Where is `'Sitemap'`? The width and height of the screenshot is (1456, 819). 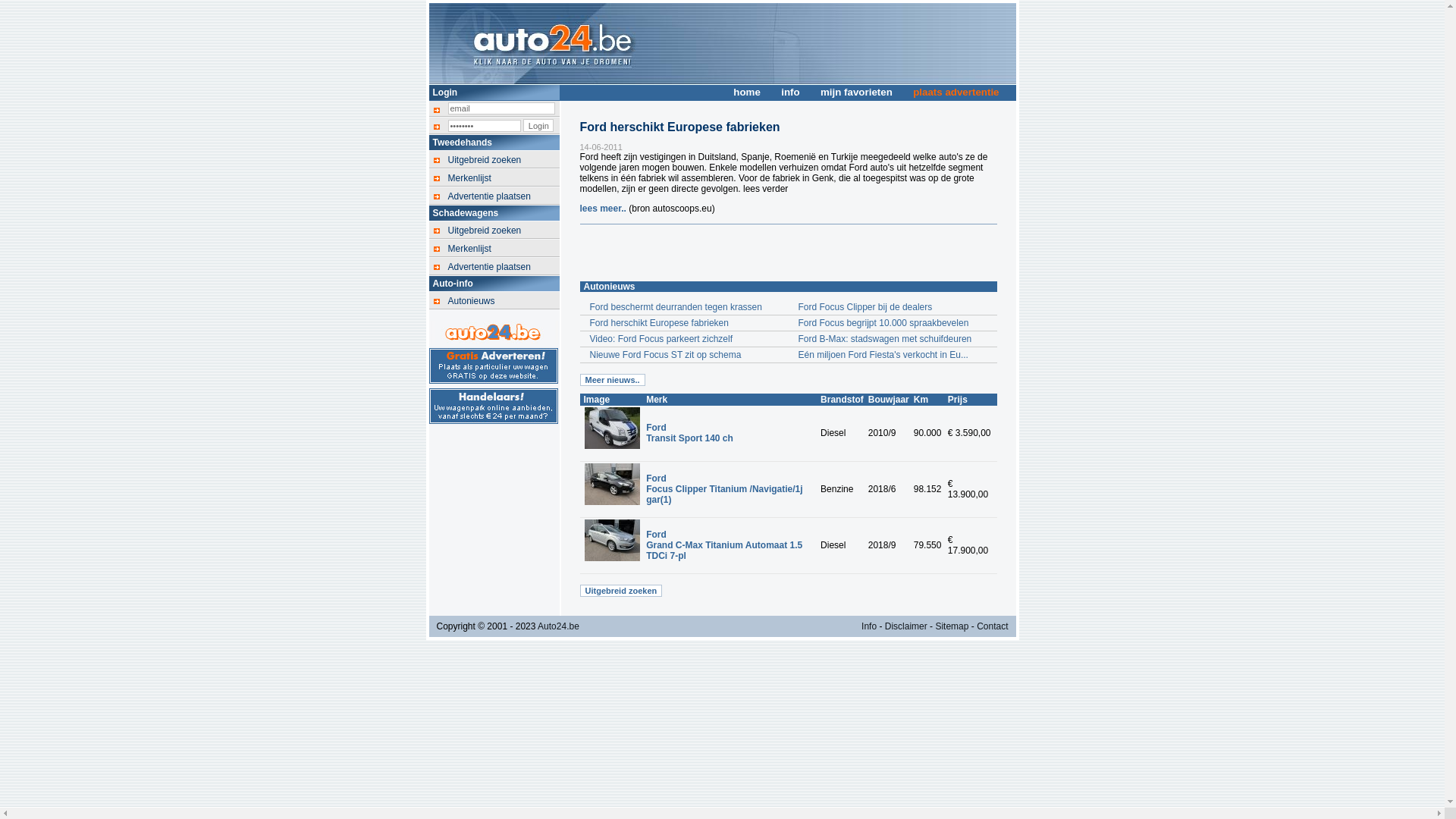
'Sitemap' is located at coordinates (950, 626).